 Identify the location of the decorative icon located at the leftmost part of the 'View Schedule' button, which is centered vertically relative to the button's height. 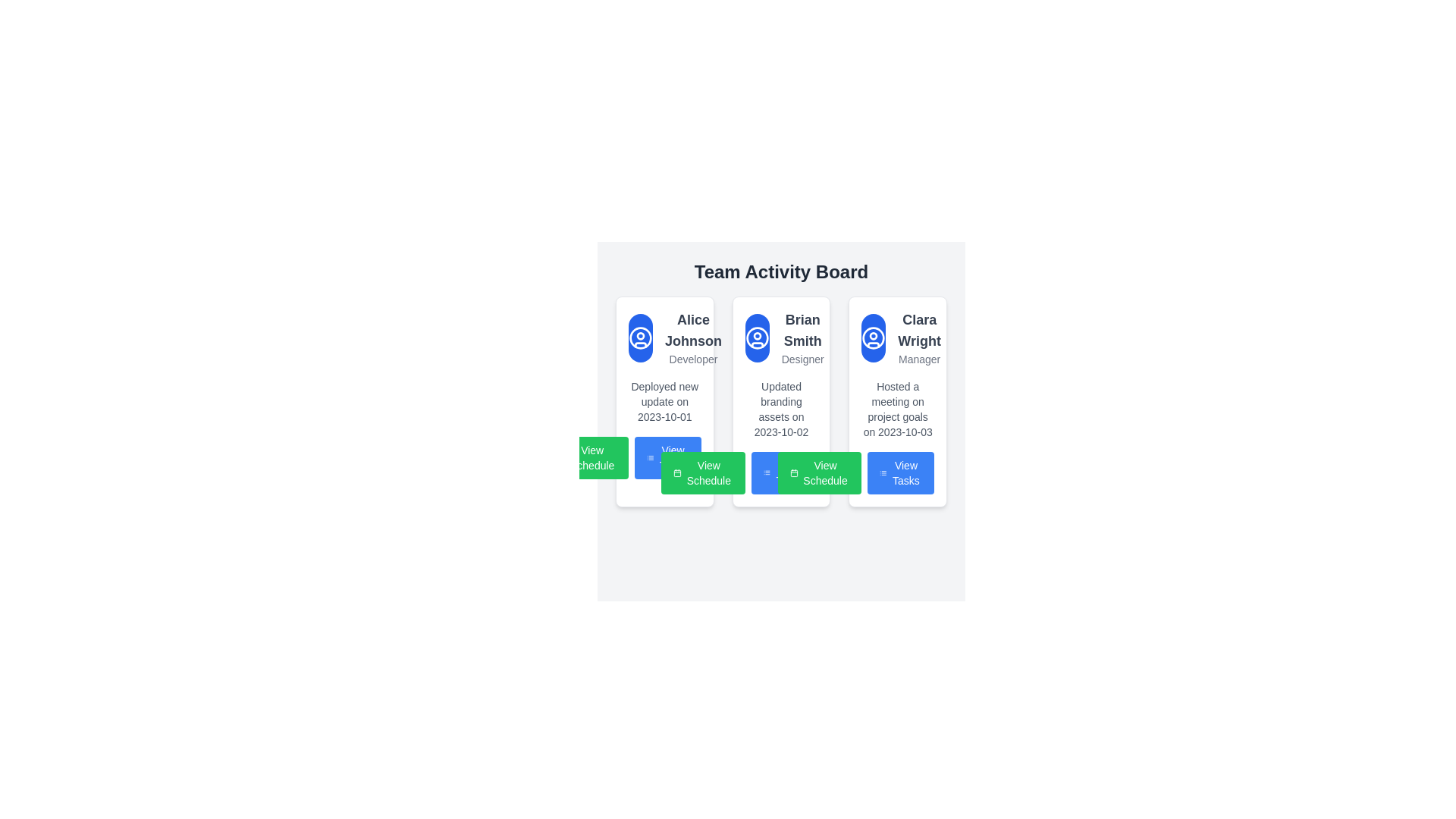
(793, 472).